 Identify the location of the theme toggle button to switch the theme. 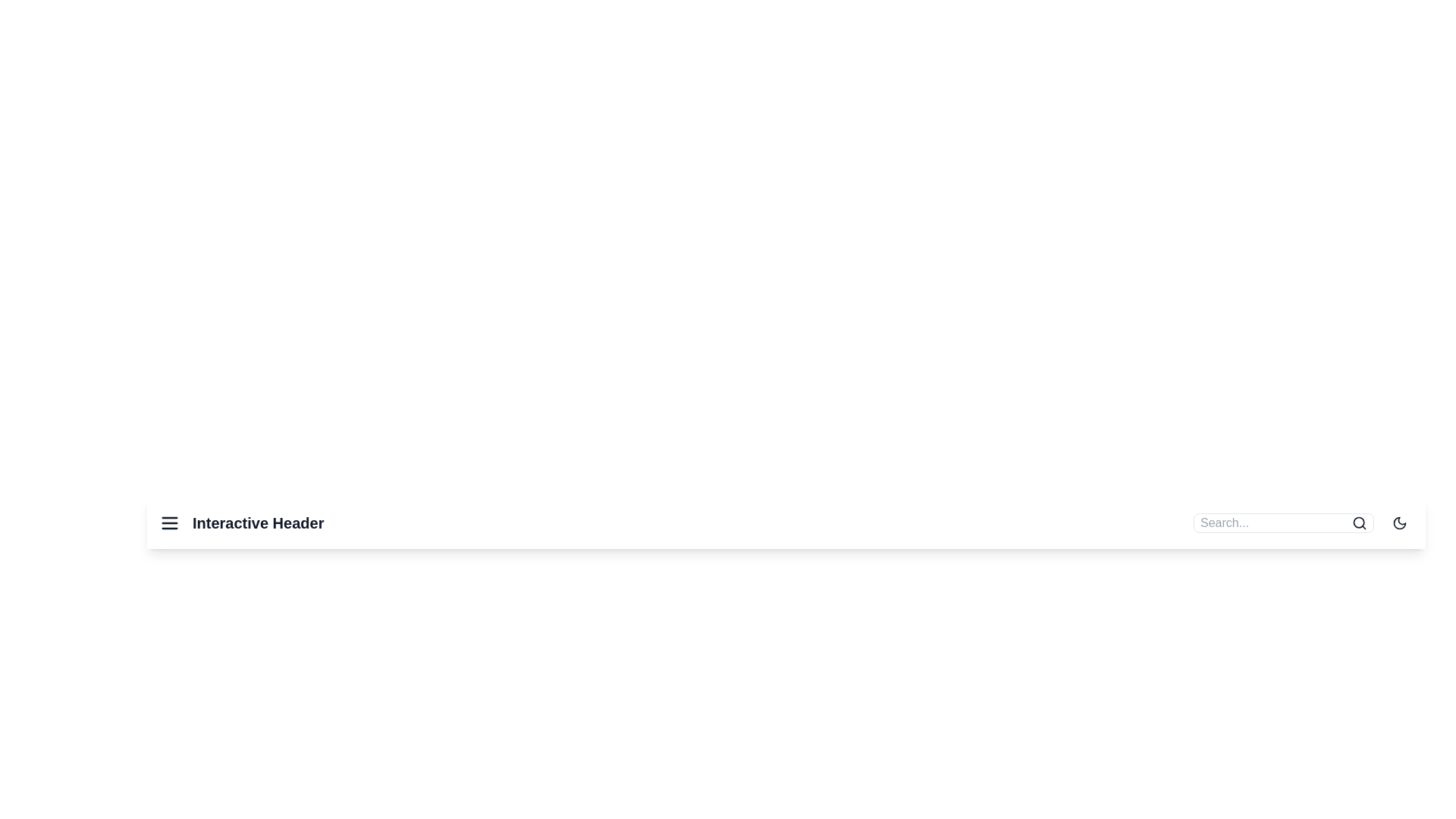
(1399, 522).